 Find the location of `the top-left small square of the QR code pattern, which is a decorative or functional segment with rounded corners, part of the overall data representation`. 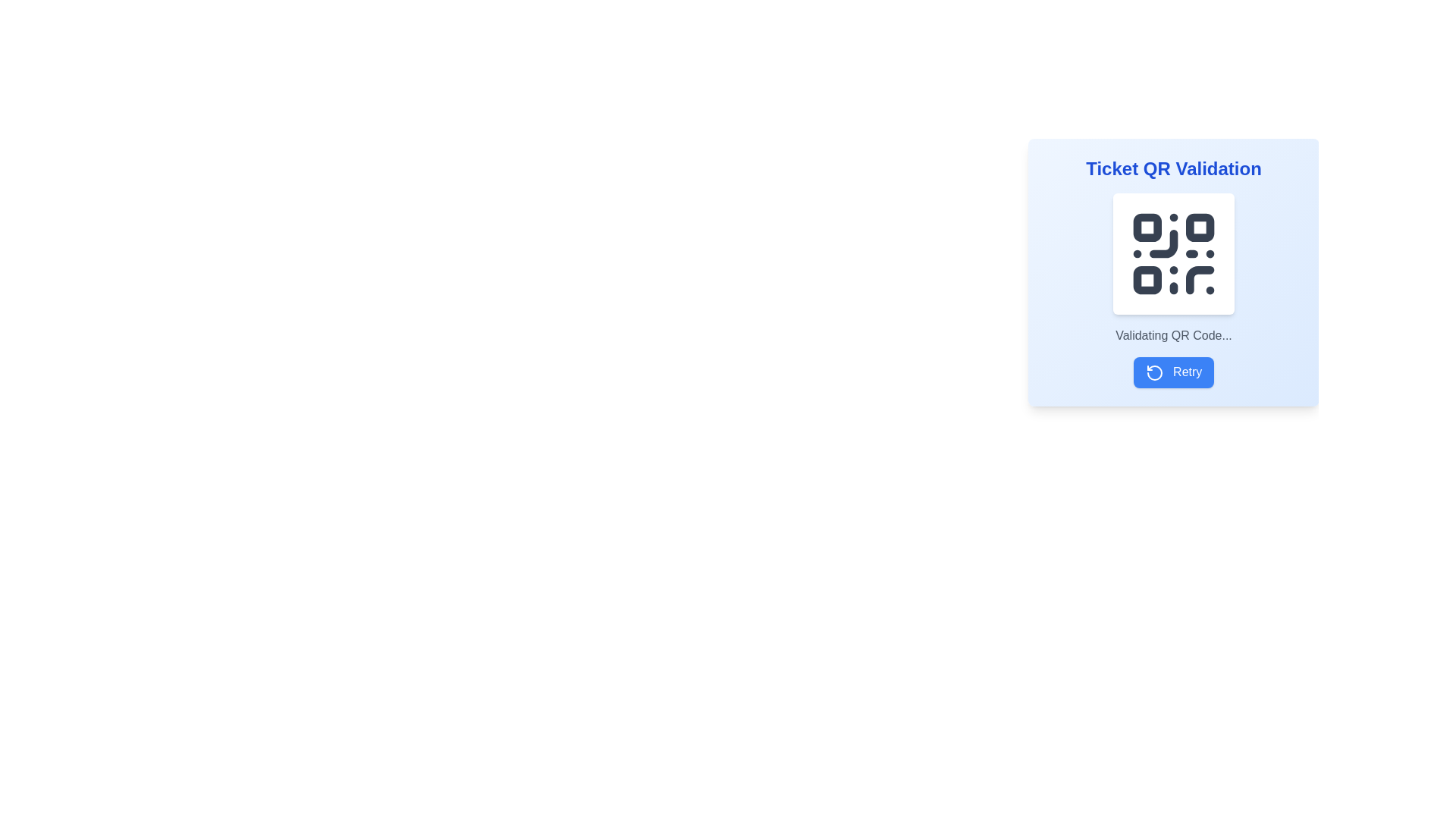

the top-left small square of the QR code pattern, which is a decorative or functional segment with rounded corners, part of the overall data representation is located at coordinates (1147, 227).